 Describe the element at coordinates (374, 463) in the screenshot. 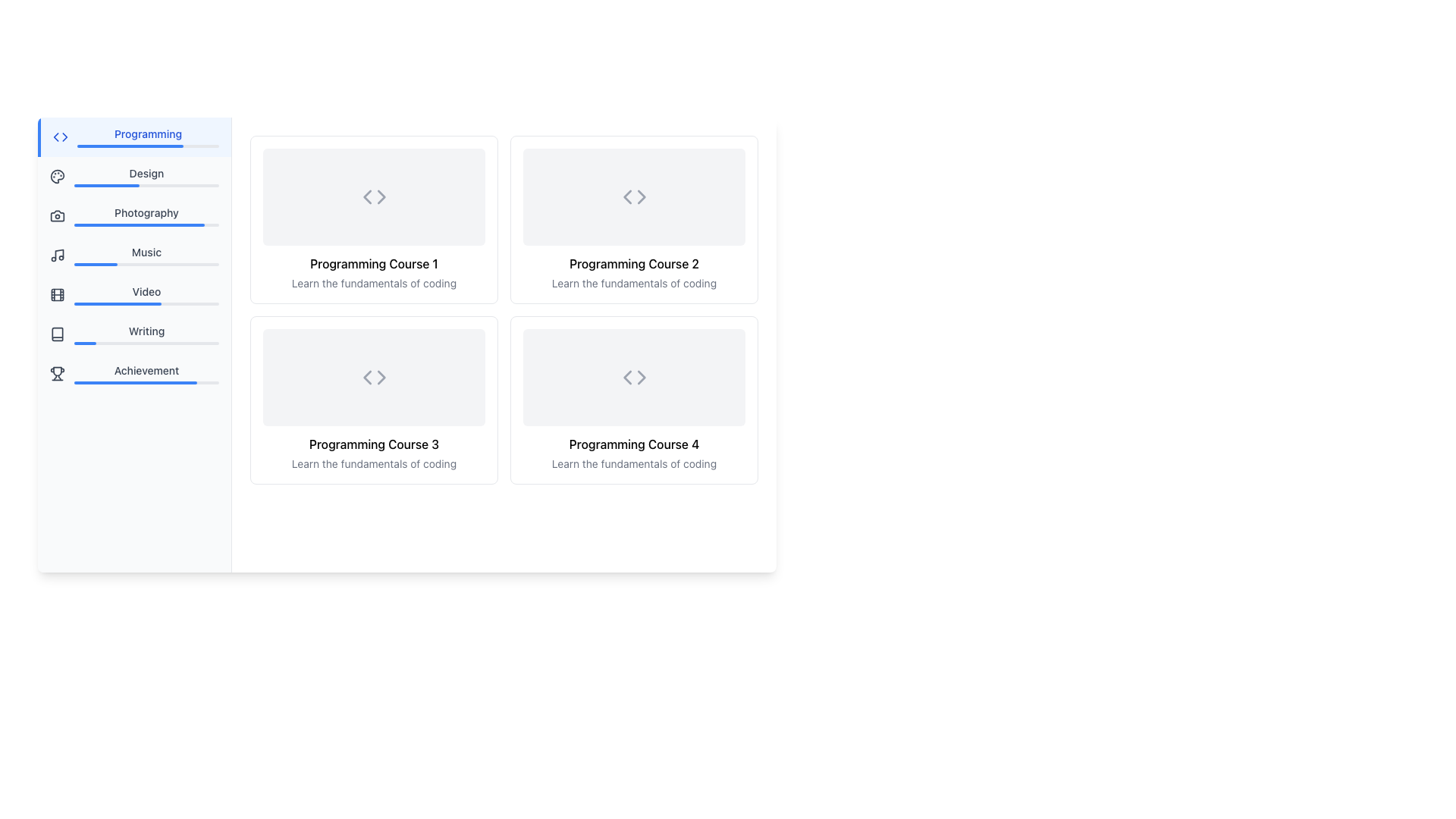

I see `text label displaying 'Learn the fundamentals of coding' located beneath the bold title 'Programming Course 3' in a card-like structure` at that location.